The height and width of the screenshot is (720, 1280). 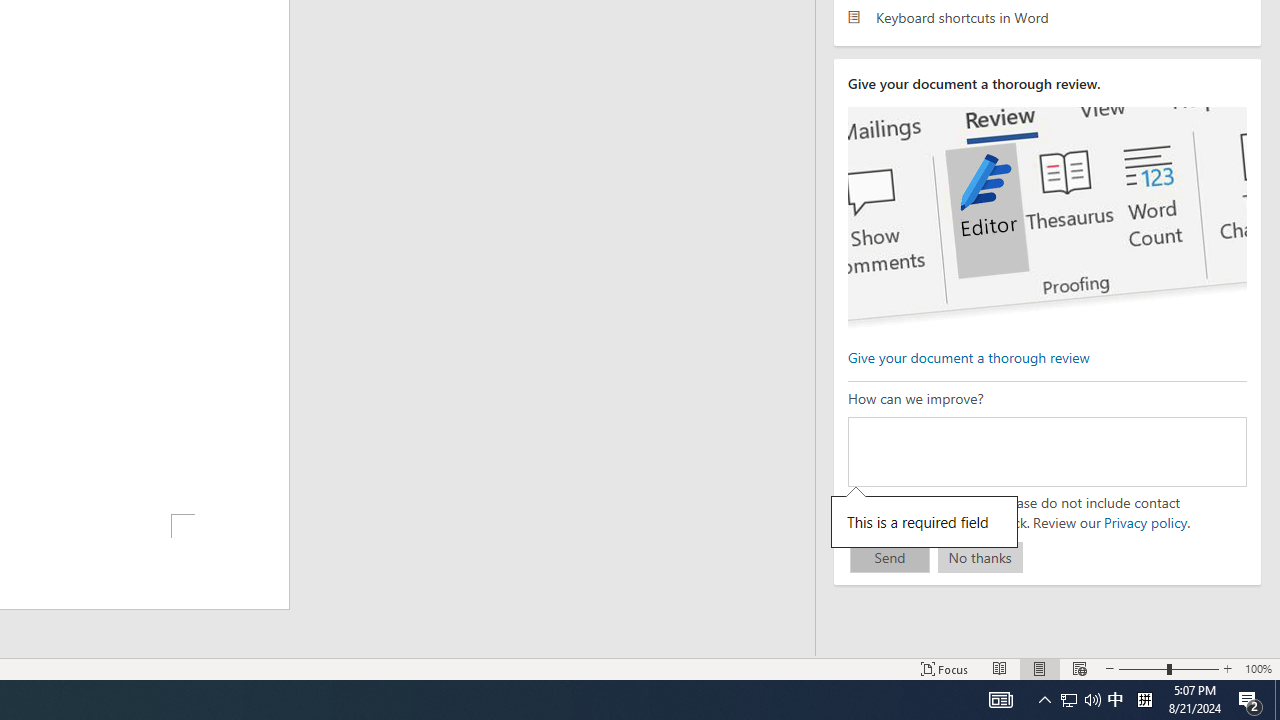 I want to click on 'Privacy policy', so click(x=1144, y=521).